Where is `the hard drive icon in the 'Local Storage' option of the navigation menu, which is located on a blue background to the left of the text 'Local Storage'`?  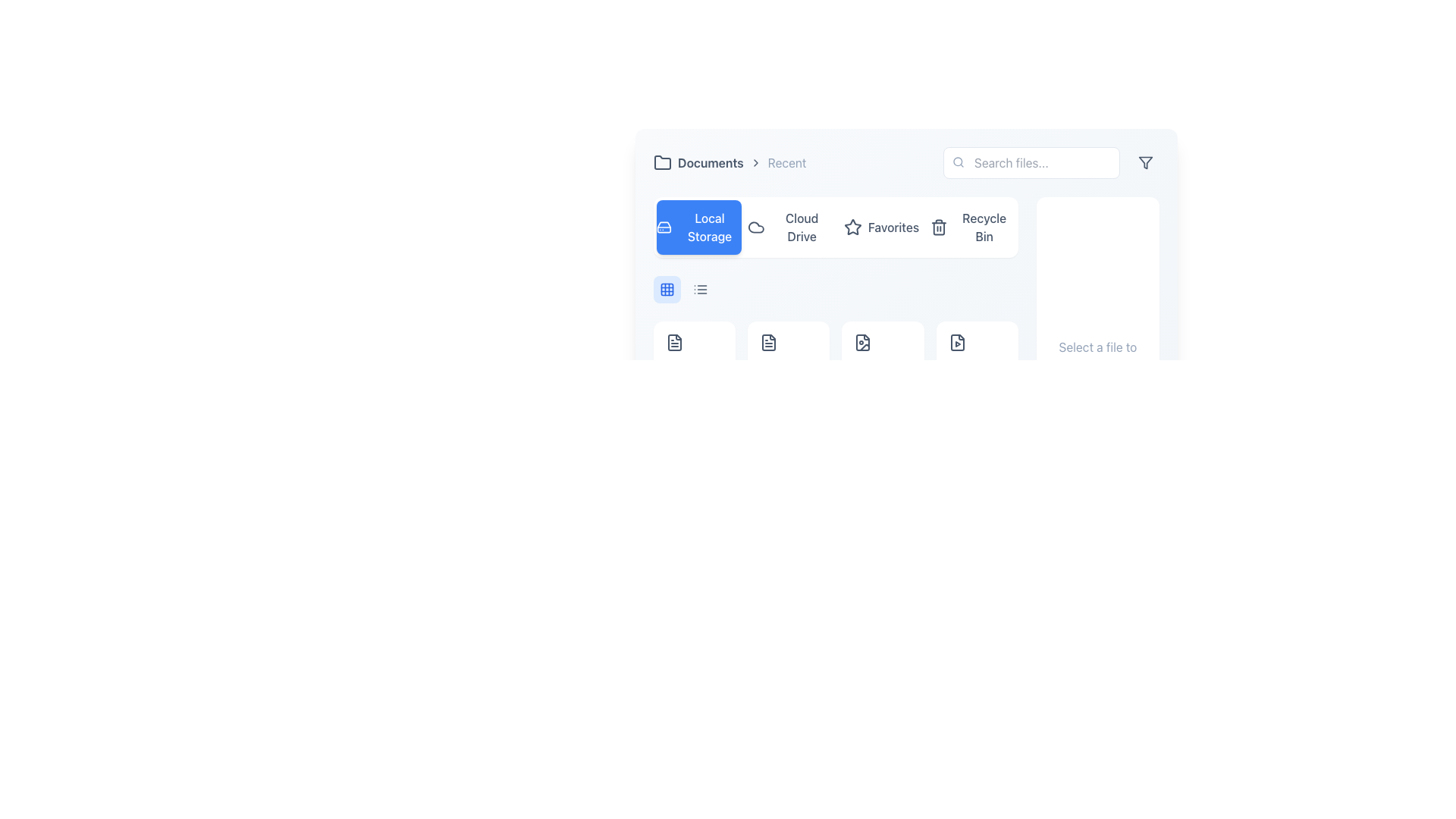 the hard drive icon in the 'Local Storage' option of the navigation menu, which is located on a blue background to the left of the text 'Local Storage' is located at coordinates (664, 227).